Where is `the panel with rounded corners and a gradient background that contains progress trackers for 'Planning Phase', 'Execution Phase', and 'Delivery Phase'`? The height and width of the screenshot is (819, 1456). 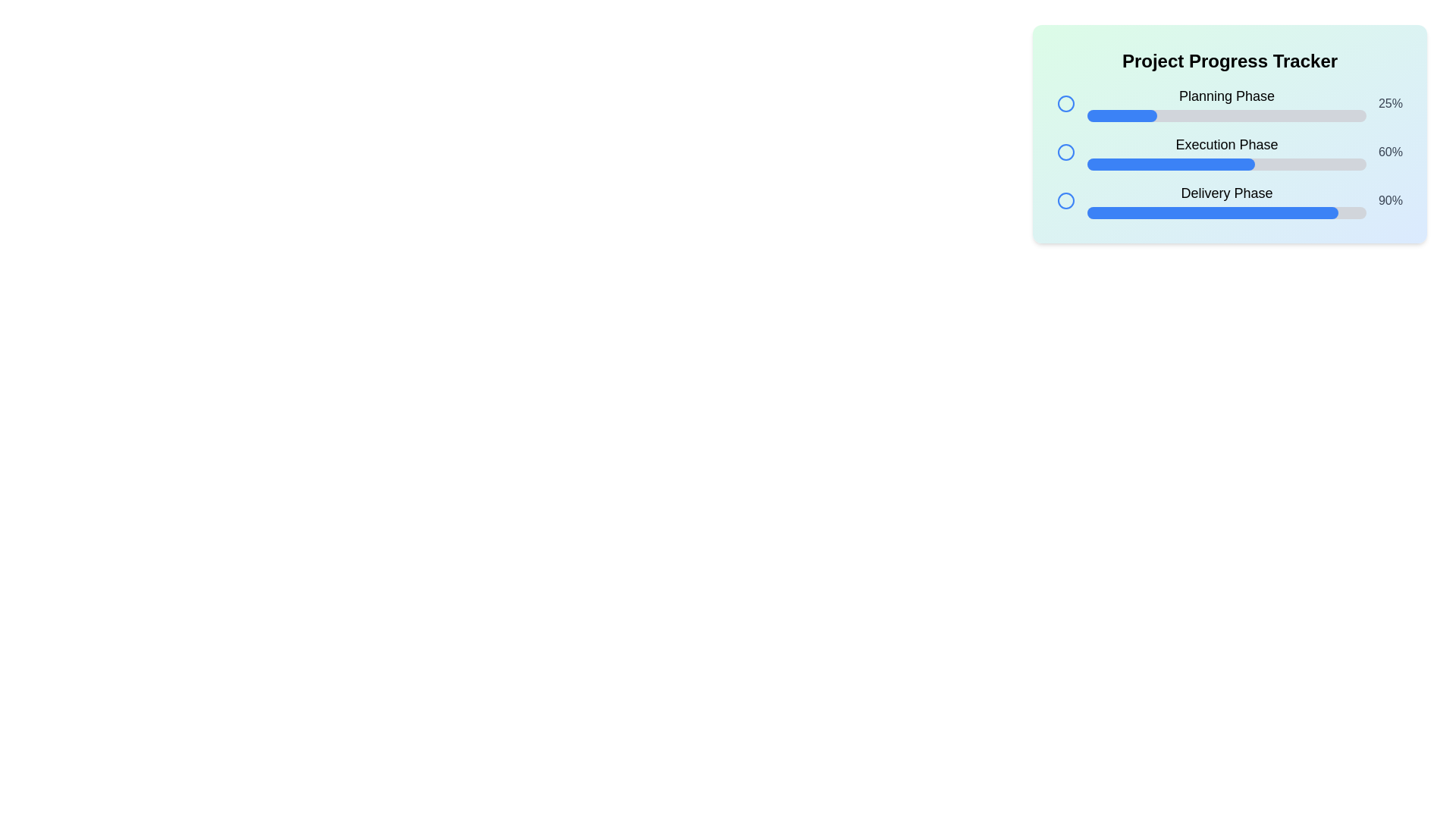 the panel with rounded corners and a gradient background that contains progress trackers for 'Planning Phase', 'Execution Phase', and 'Delivery Phase' is located at coordinates (1230, 133).